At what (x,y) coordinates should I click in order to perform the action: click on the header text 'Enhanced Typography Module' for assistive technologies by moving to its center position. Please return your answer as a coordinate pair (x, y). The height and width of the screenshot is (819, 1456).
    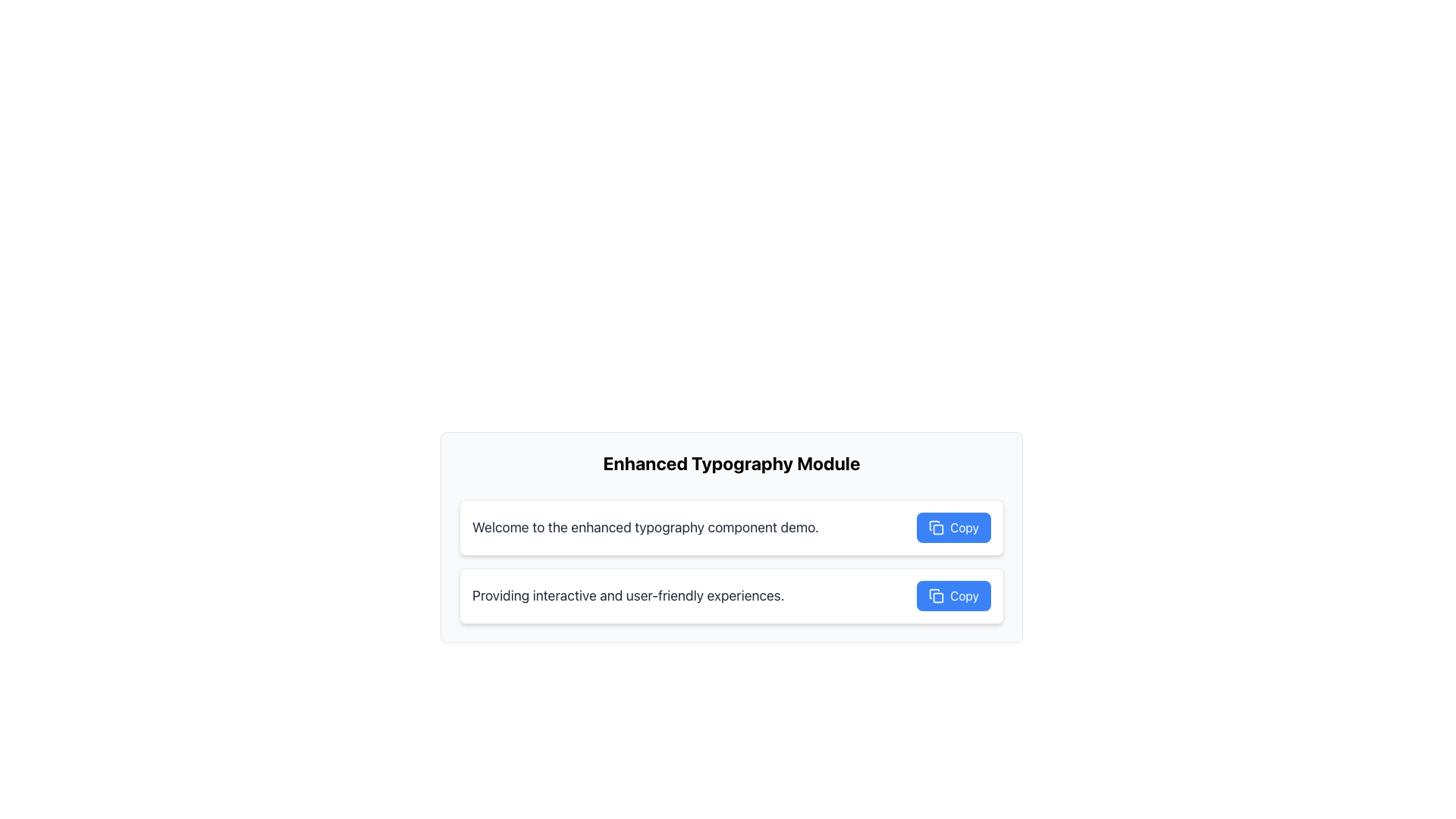
    Looking at the image, I should click on (731, 462).